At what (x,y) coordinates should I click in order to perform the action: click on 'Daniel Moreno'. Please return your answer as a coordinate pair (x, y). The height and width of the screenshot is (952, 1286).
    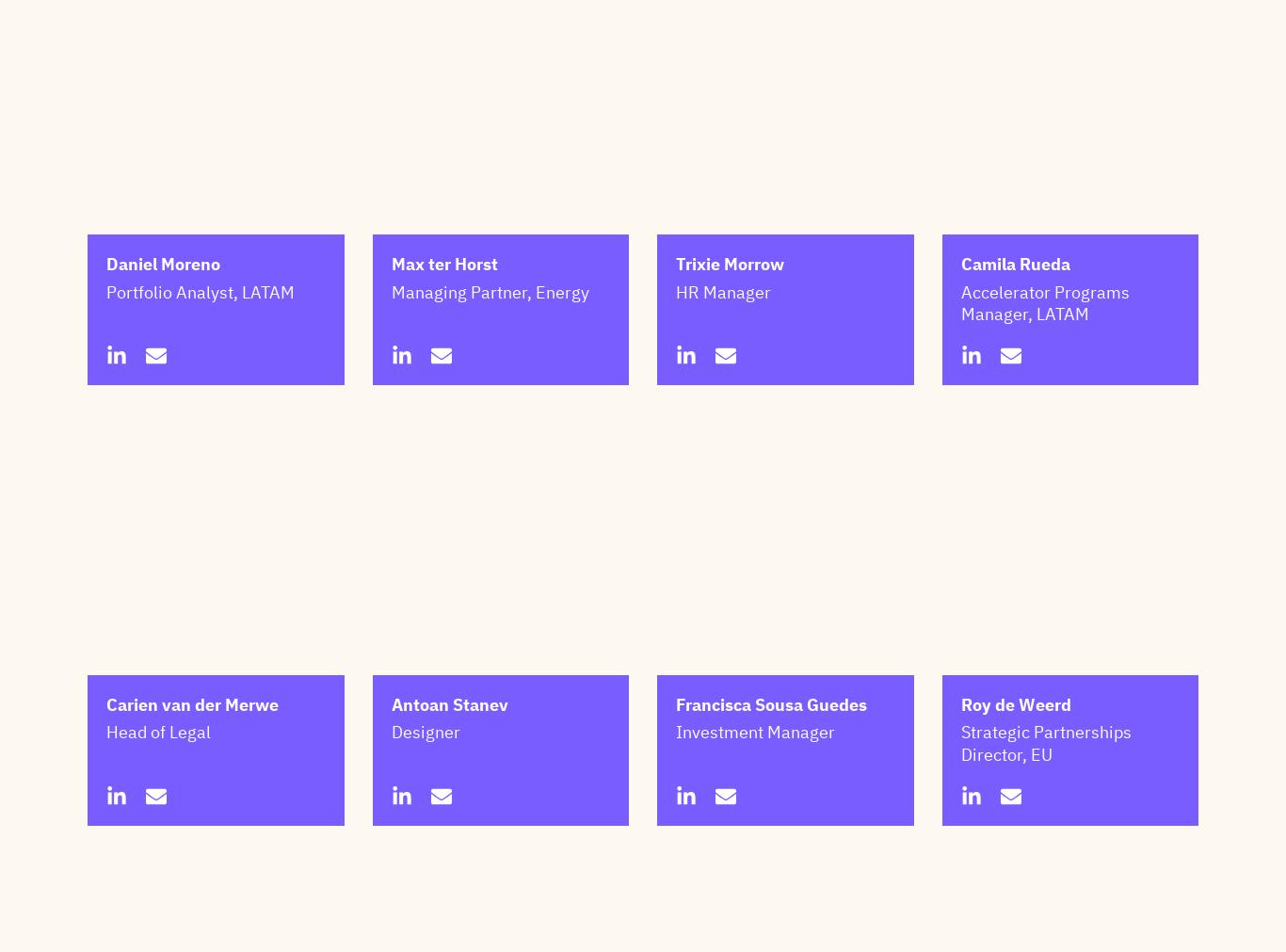
    Looking at the image, I should click on (162, 357).